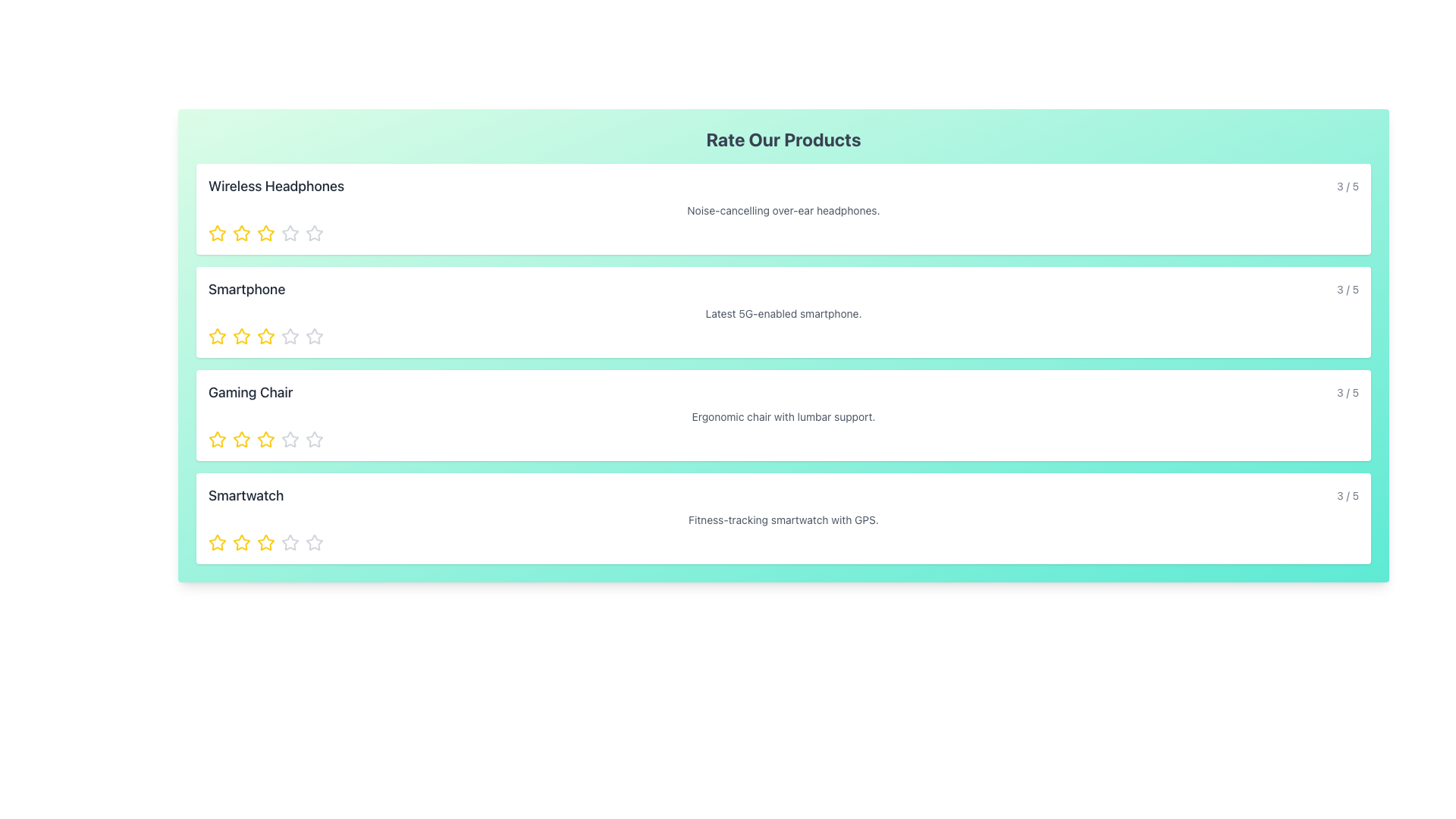 The image size is (1456, 819). I want to click on the heading element that displays 'Rate Our Products', styled with a bold font and large size, located at the top of a panel with a gradient green background, so click(783, 140).